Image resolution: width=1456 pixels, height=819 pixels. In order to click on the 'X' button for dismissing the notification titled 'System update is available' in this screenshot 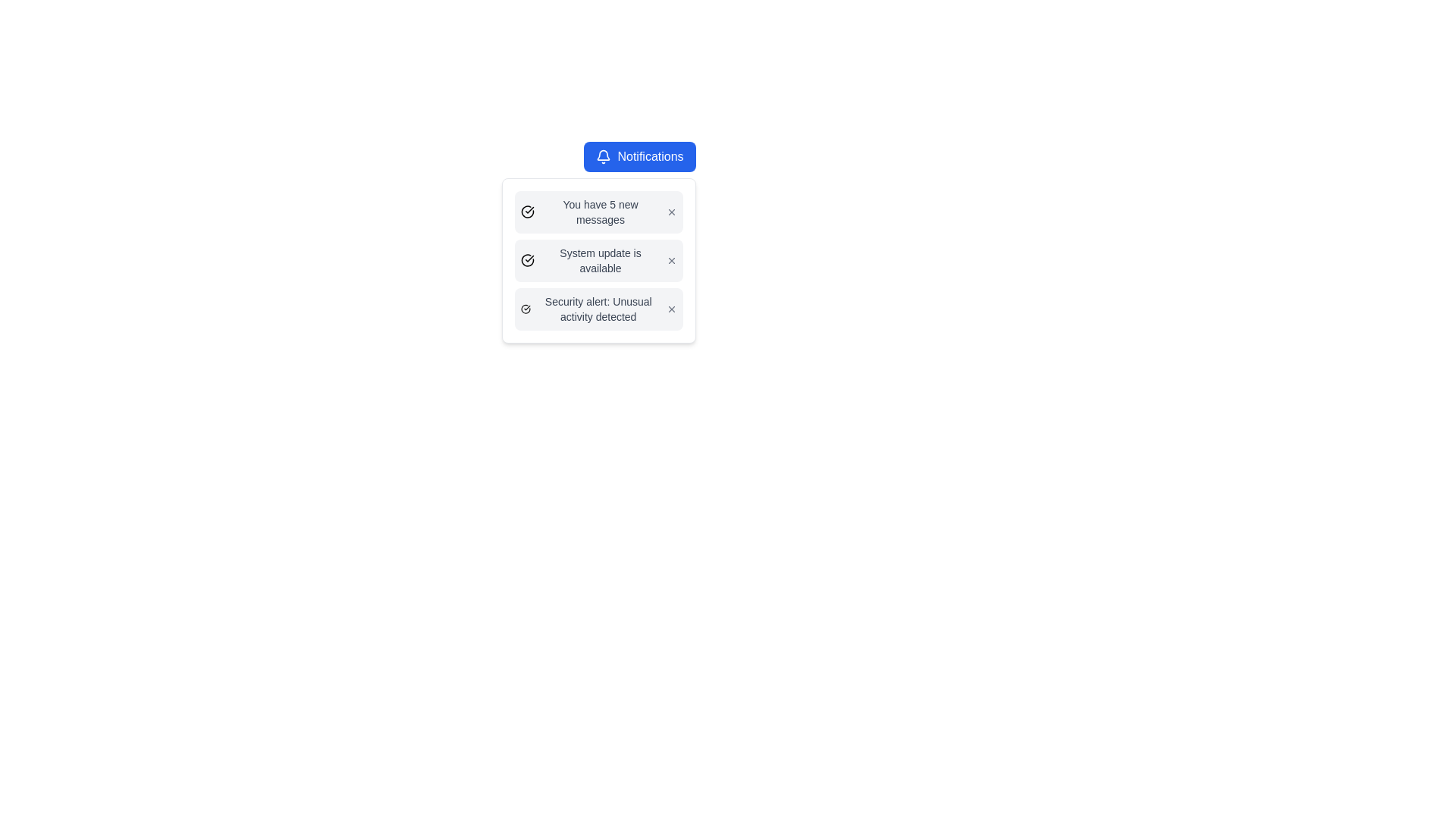, I will do `click(670, 259)`.